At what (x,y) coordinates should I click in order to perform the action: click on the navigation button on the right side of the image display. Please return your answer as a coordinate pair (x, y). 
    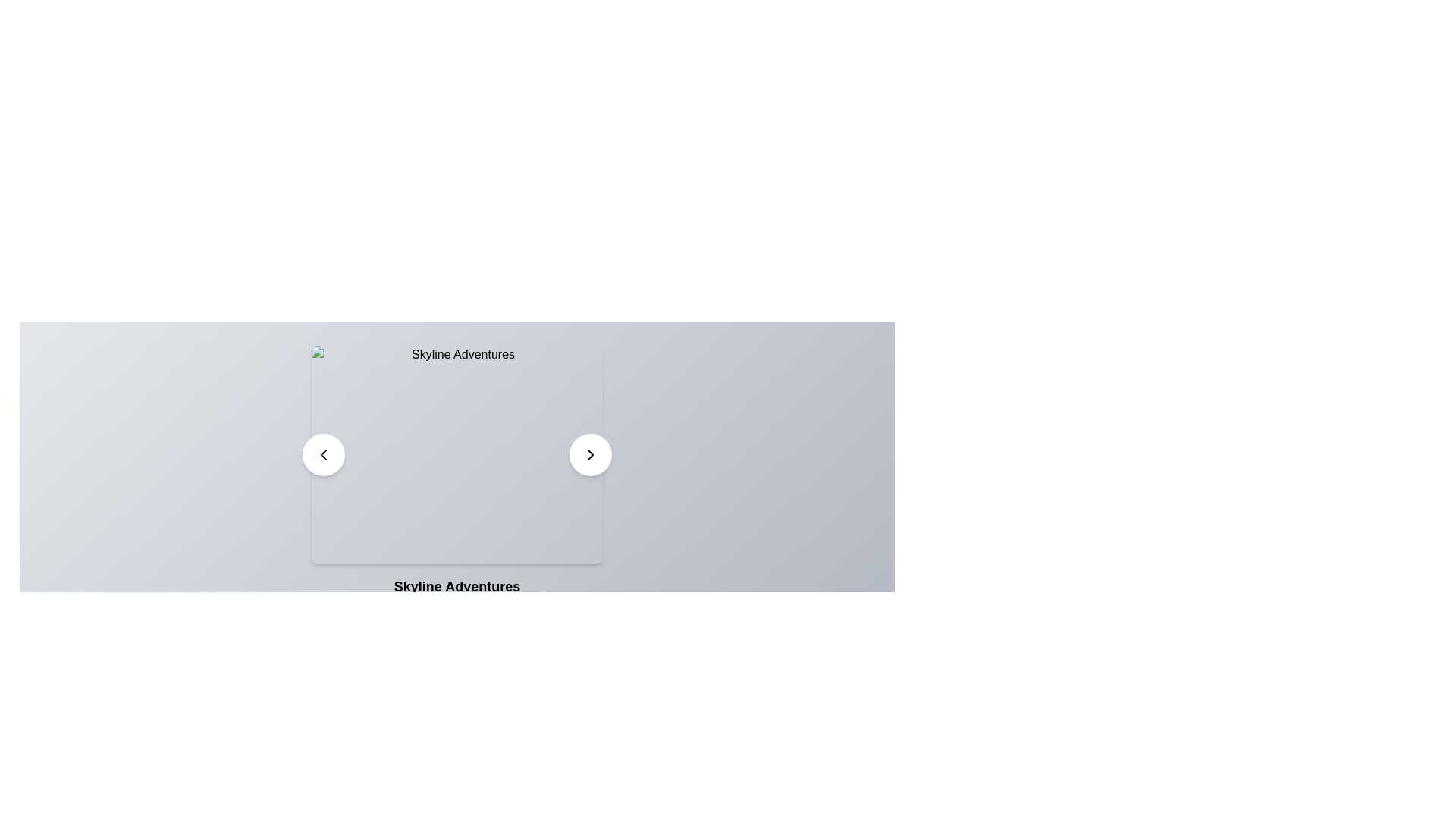
    Looking at the image, I should click on (589, 454).